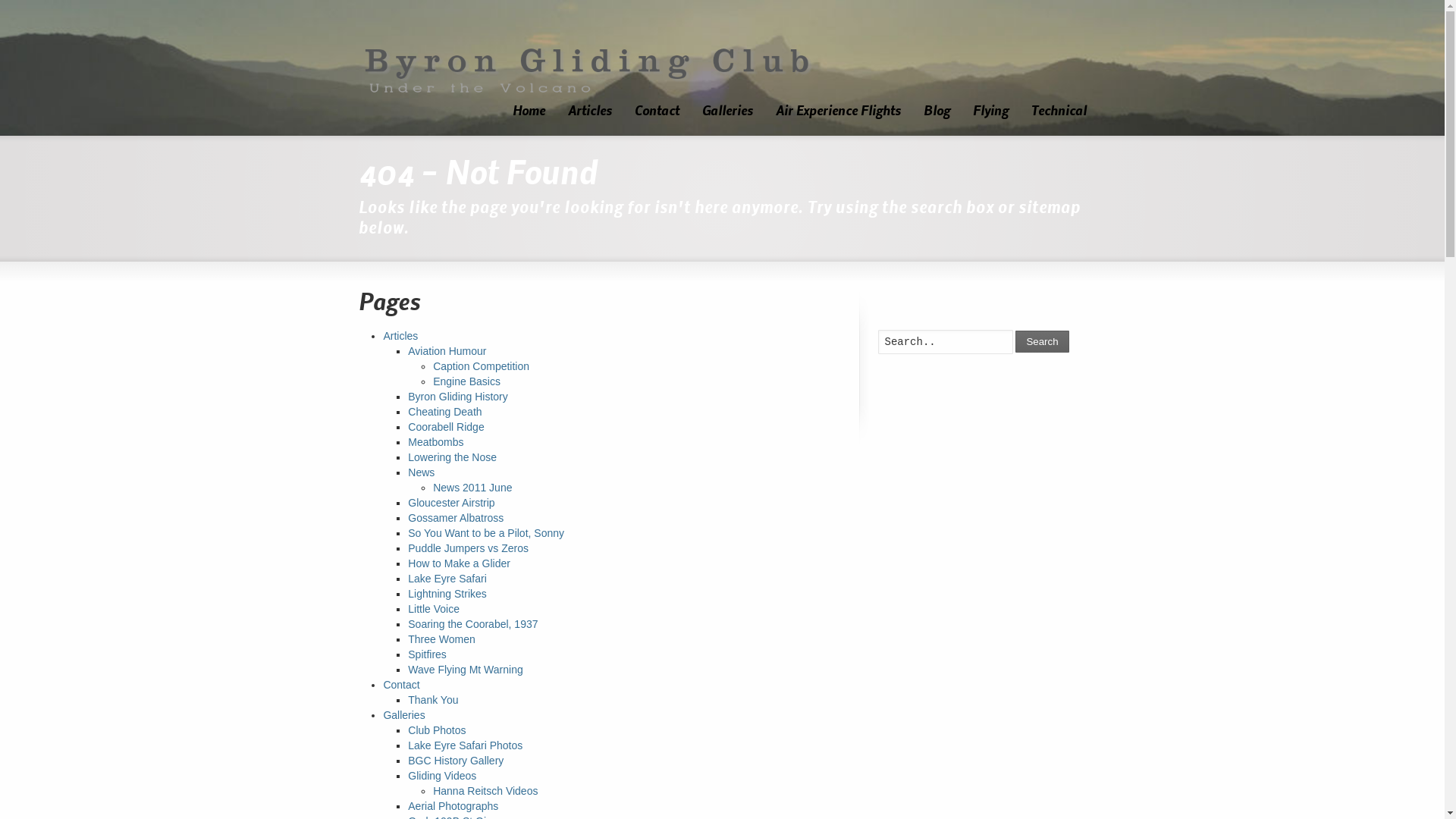  Describe the element at coordinates (407, 745) in the screenshot. I see `'Lake Eyre Safari Photos'` at that location.